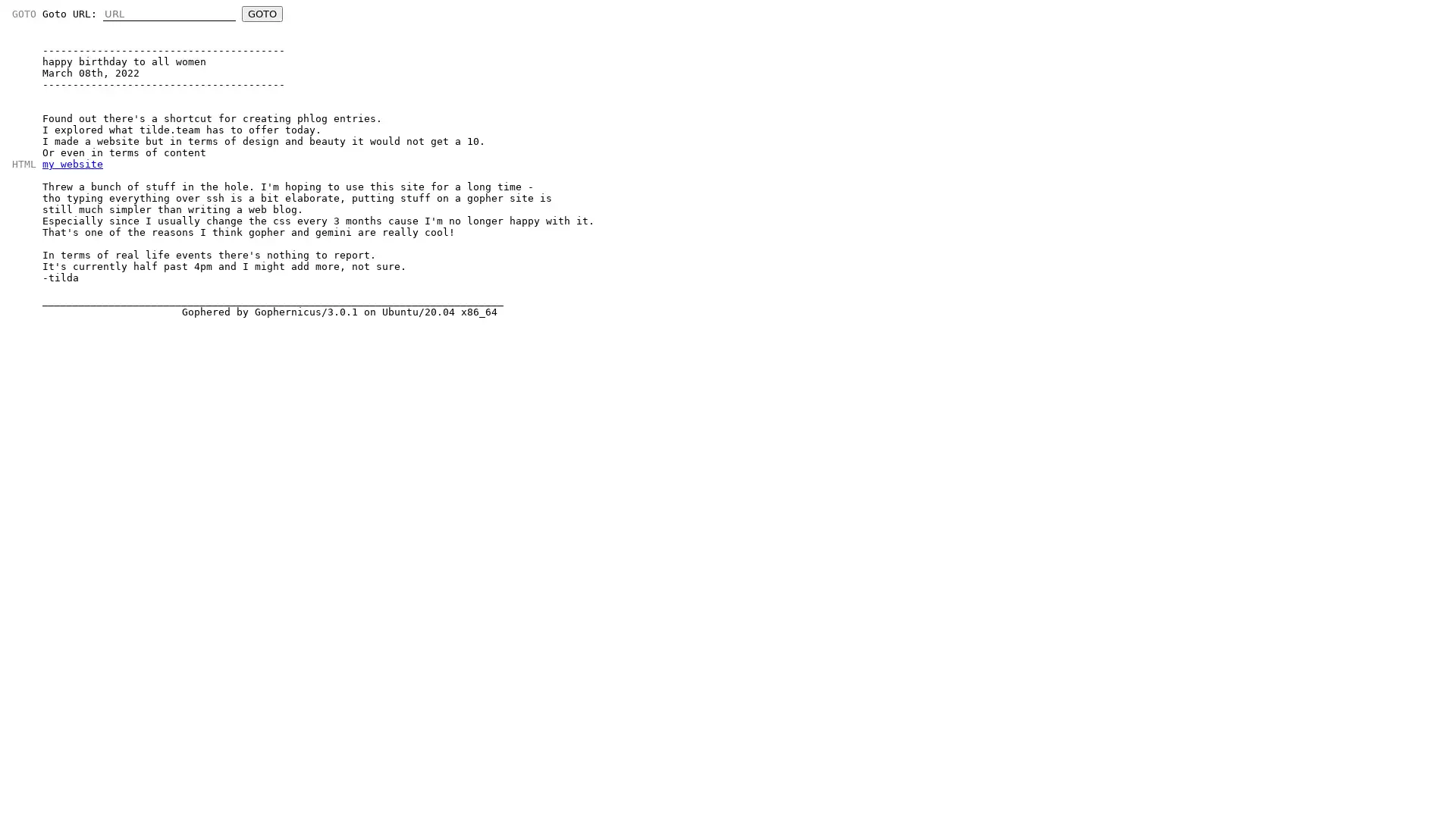 The image size is (1456, 819). Describe the element at coordinates (262, 14) in the screenshot. I see `GOTO` at that location.